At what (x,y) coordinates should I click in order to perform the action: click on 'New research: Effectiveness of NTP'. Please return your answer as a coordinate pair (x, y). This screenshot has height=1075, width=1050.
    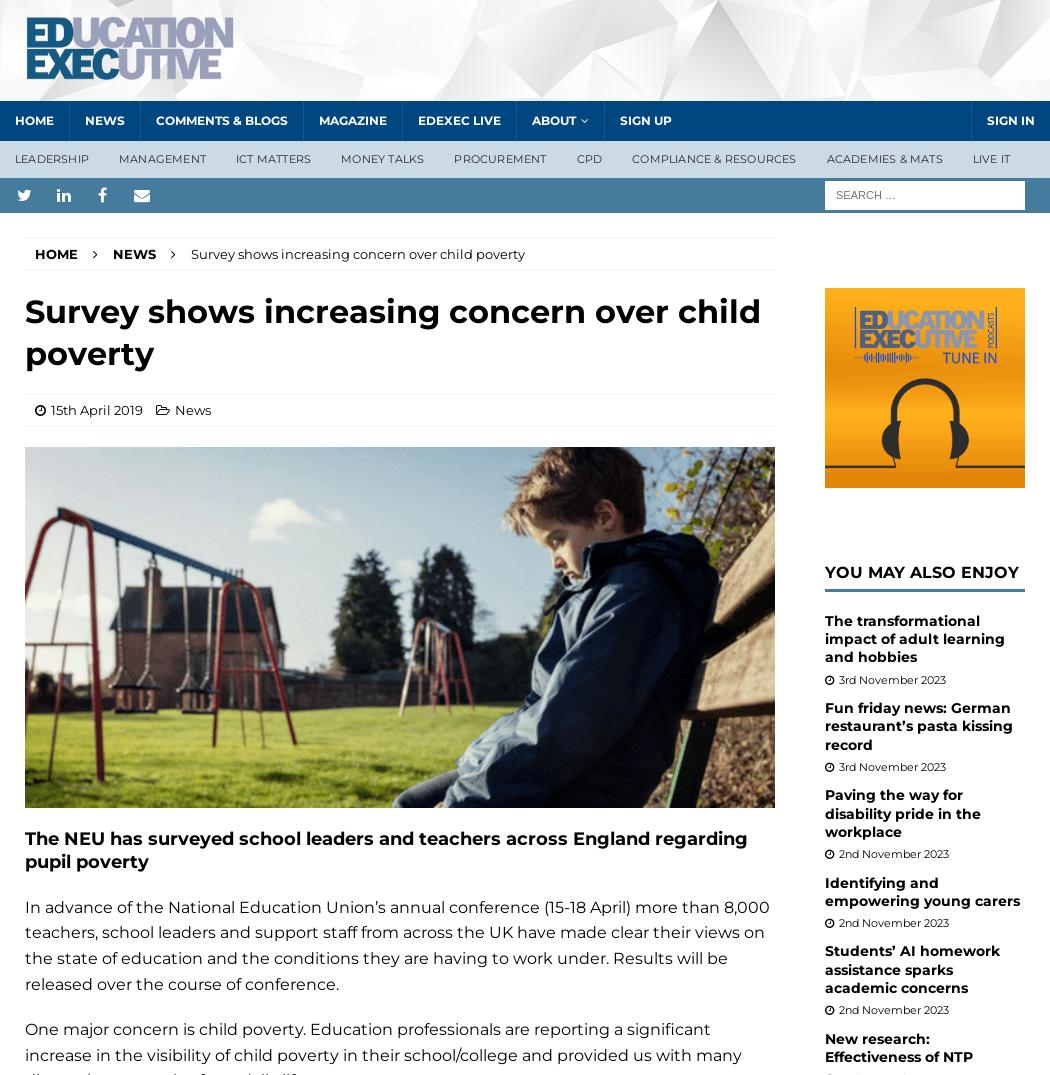
    Looking at the image, I should click on (823, 1047).